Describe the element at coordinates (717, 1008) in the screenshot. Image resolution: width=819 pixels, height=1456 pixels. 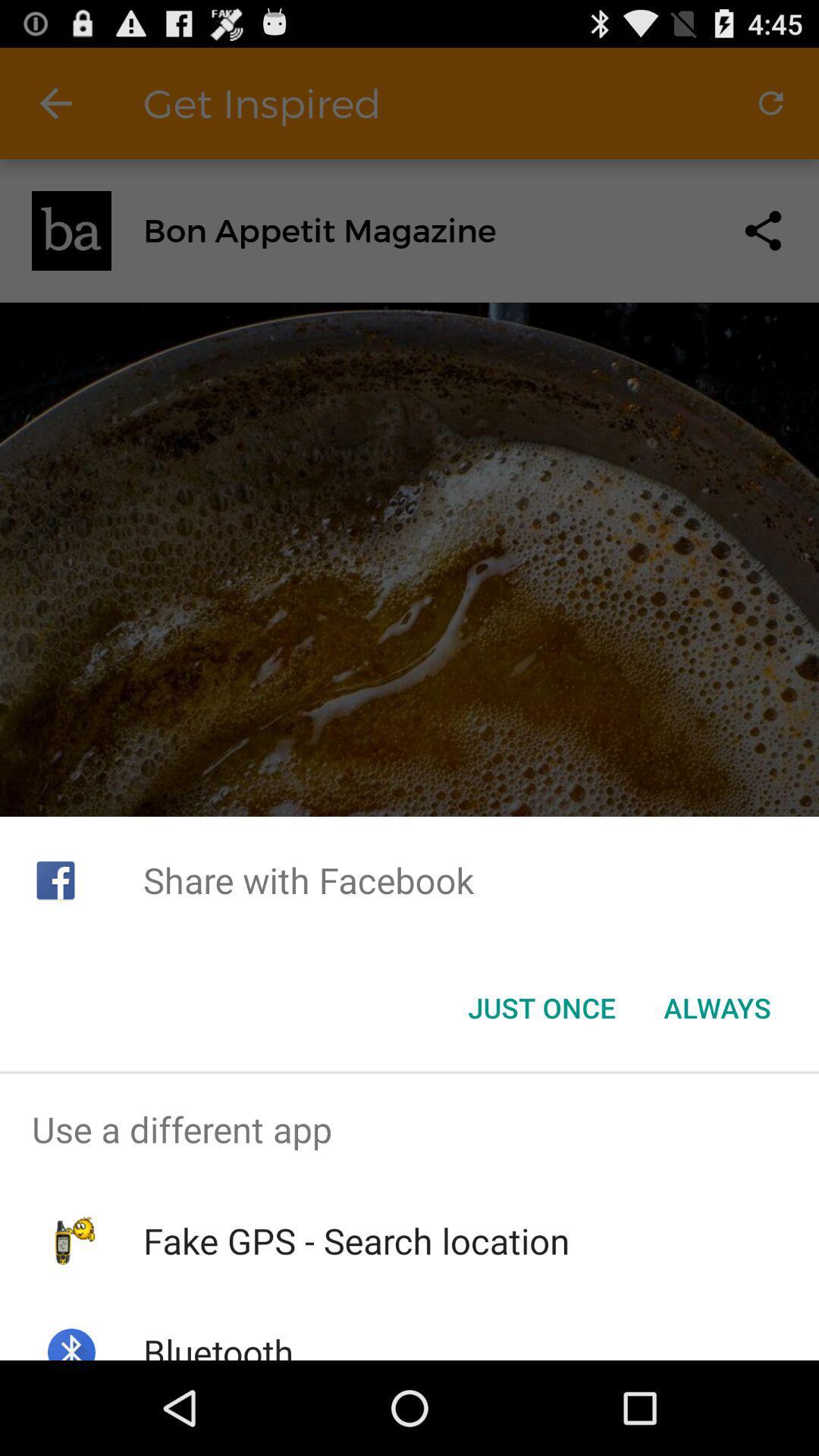
I see `always` at that location.